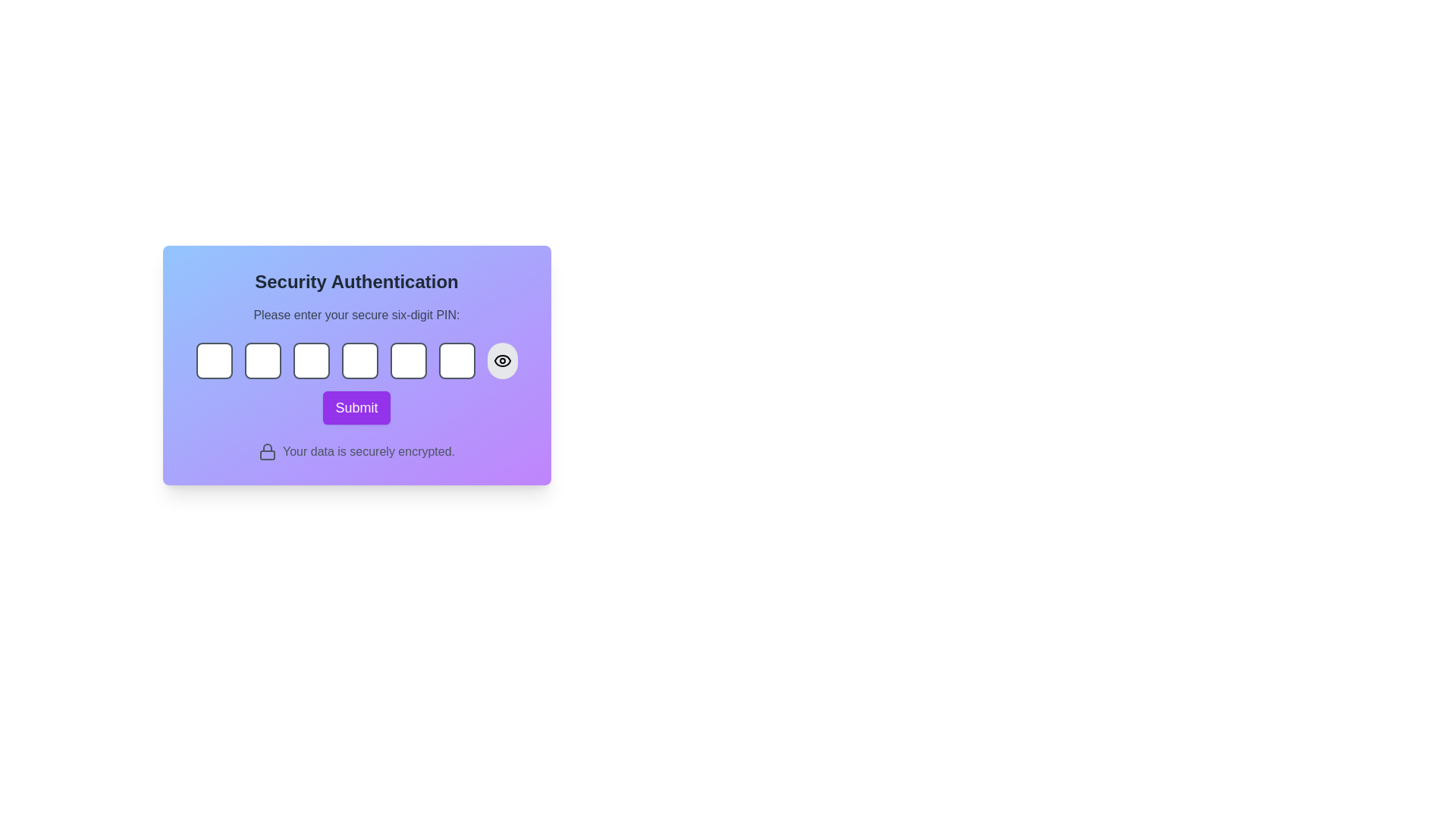  I want to click on the Decorative SVG component that visually represents part of a lock symbol, located at the bottom left of the form under the 'Submit' button, so click(267, 454).